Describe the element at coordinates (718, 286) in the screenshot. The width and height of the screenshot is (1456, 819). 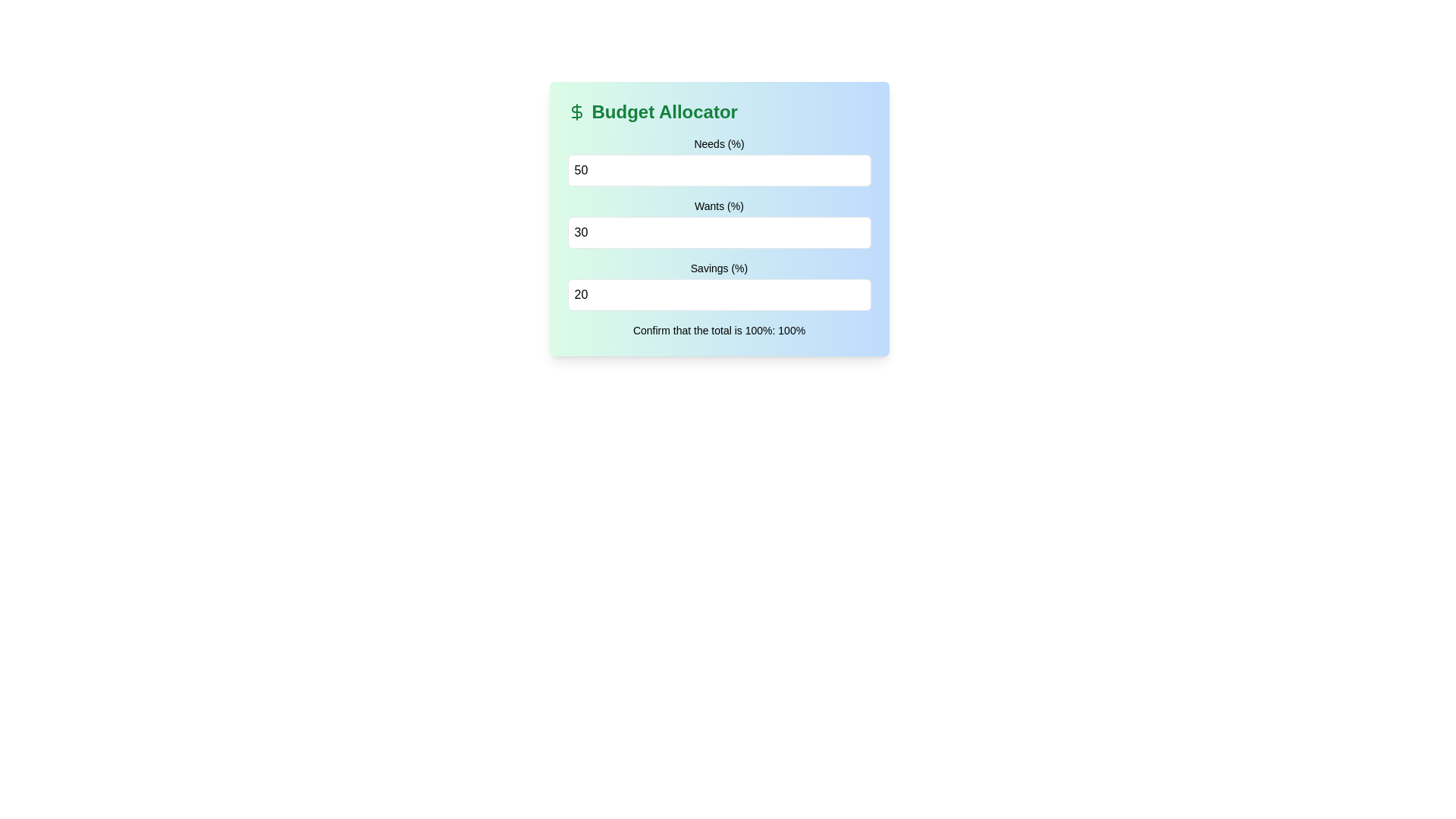
I see `the Numeric Input Field labeled 'Savings (%)' by tabbing to it` at that location.